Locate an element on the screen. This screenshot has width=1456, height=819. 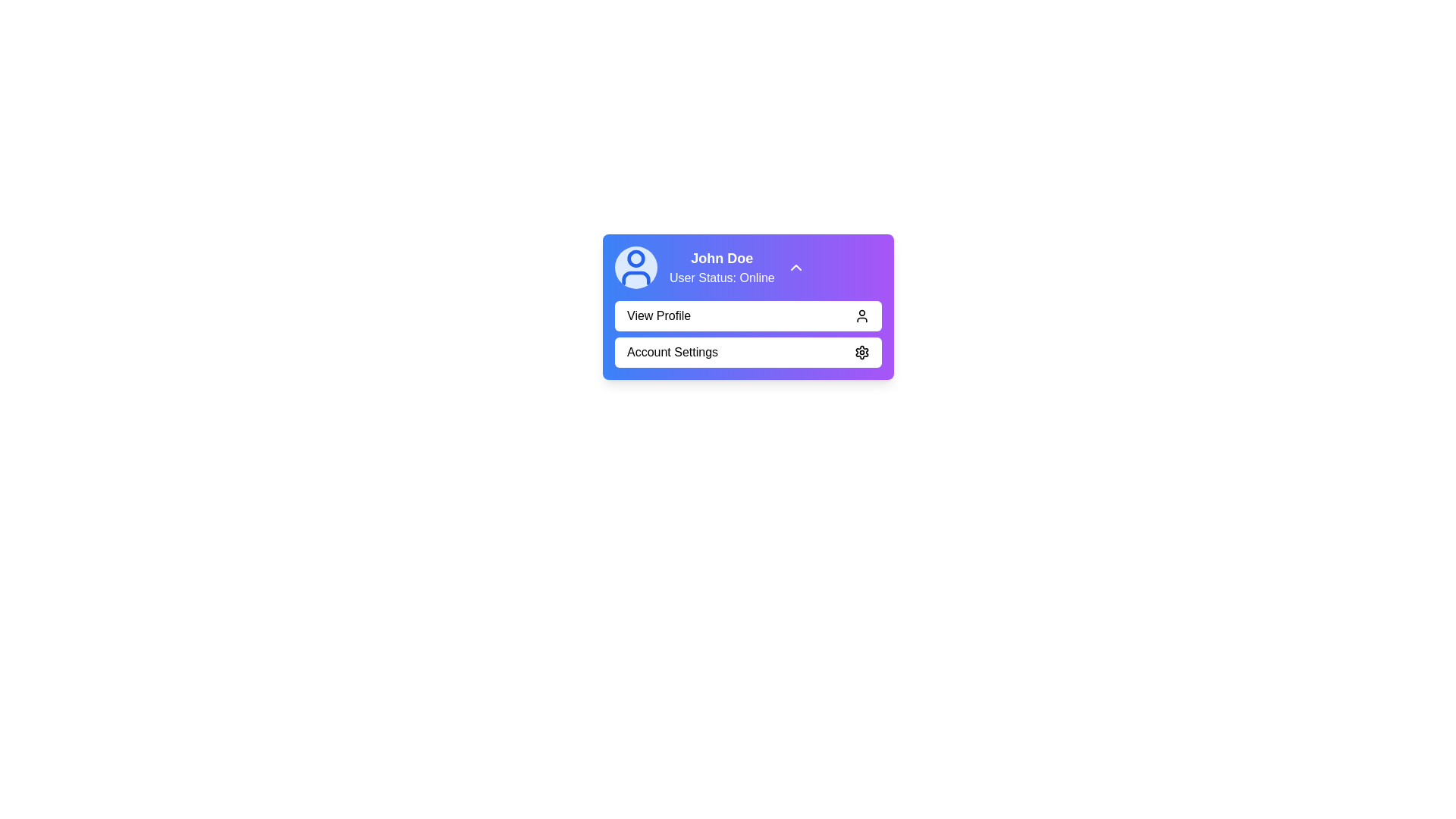
the Text Label that indicates the user's status as 'Online', located beneath 'John Doe' within the user details card is located at coordinates (721, 278).